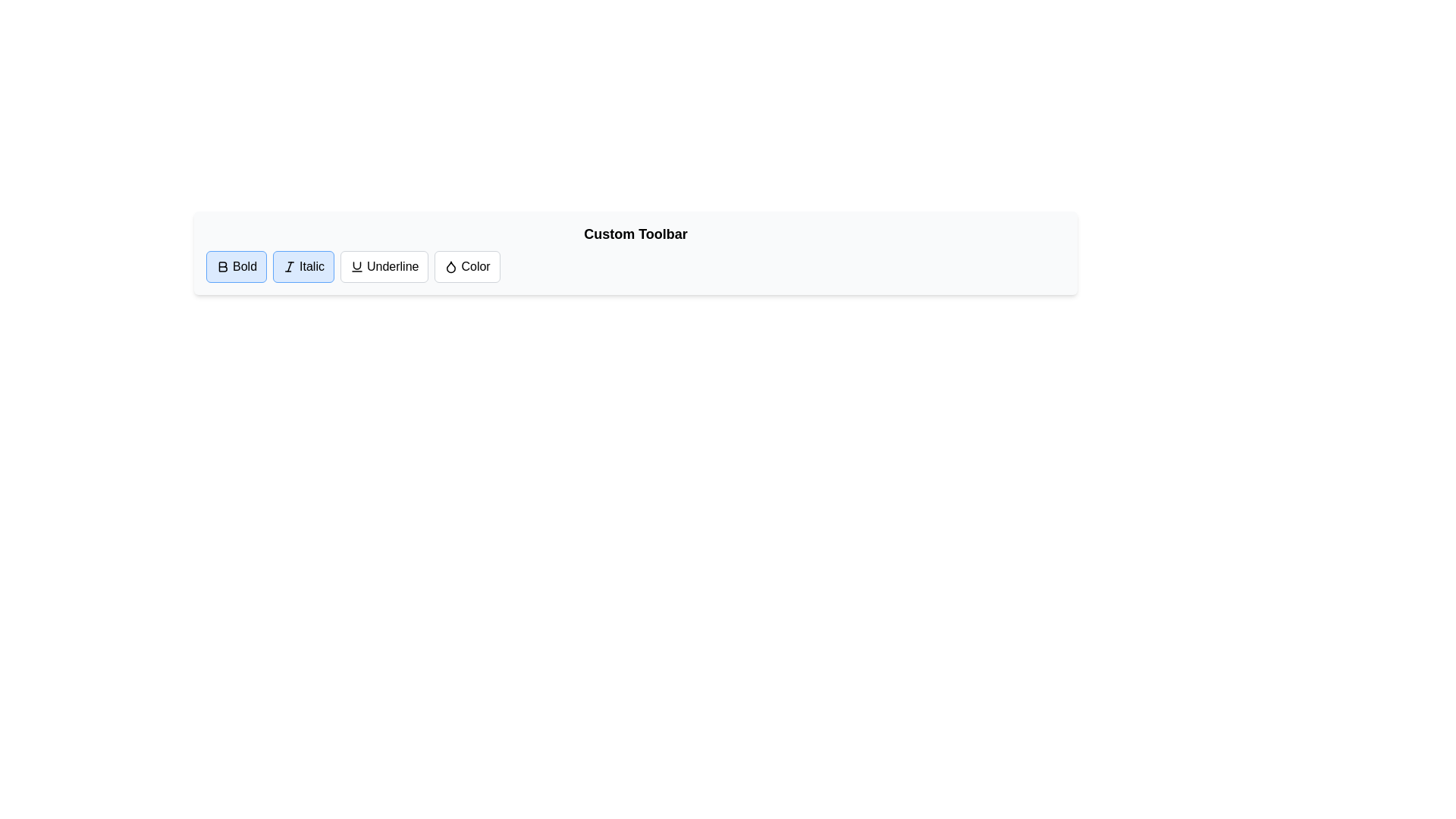  I want to click on the 'Color' button with a water droplet icon, so click(466, 265).